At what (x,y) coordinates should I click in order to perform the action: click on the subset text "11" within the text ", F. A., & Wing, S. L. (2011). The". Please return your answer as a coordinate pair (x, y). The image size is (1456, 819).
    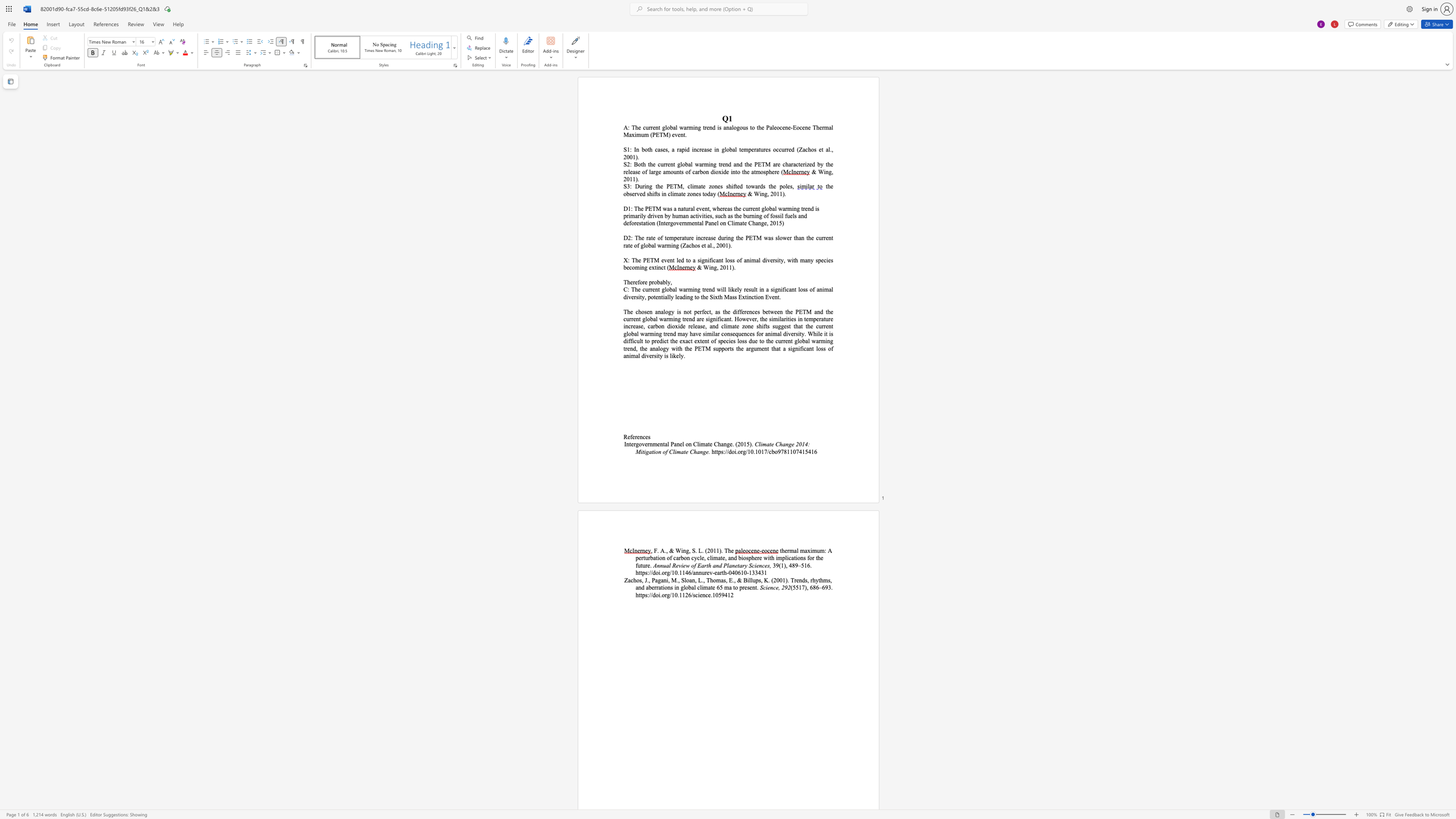
    Looking at the image, I should click on (713, 551).